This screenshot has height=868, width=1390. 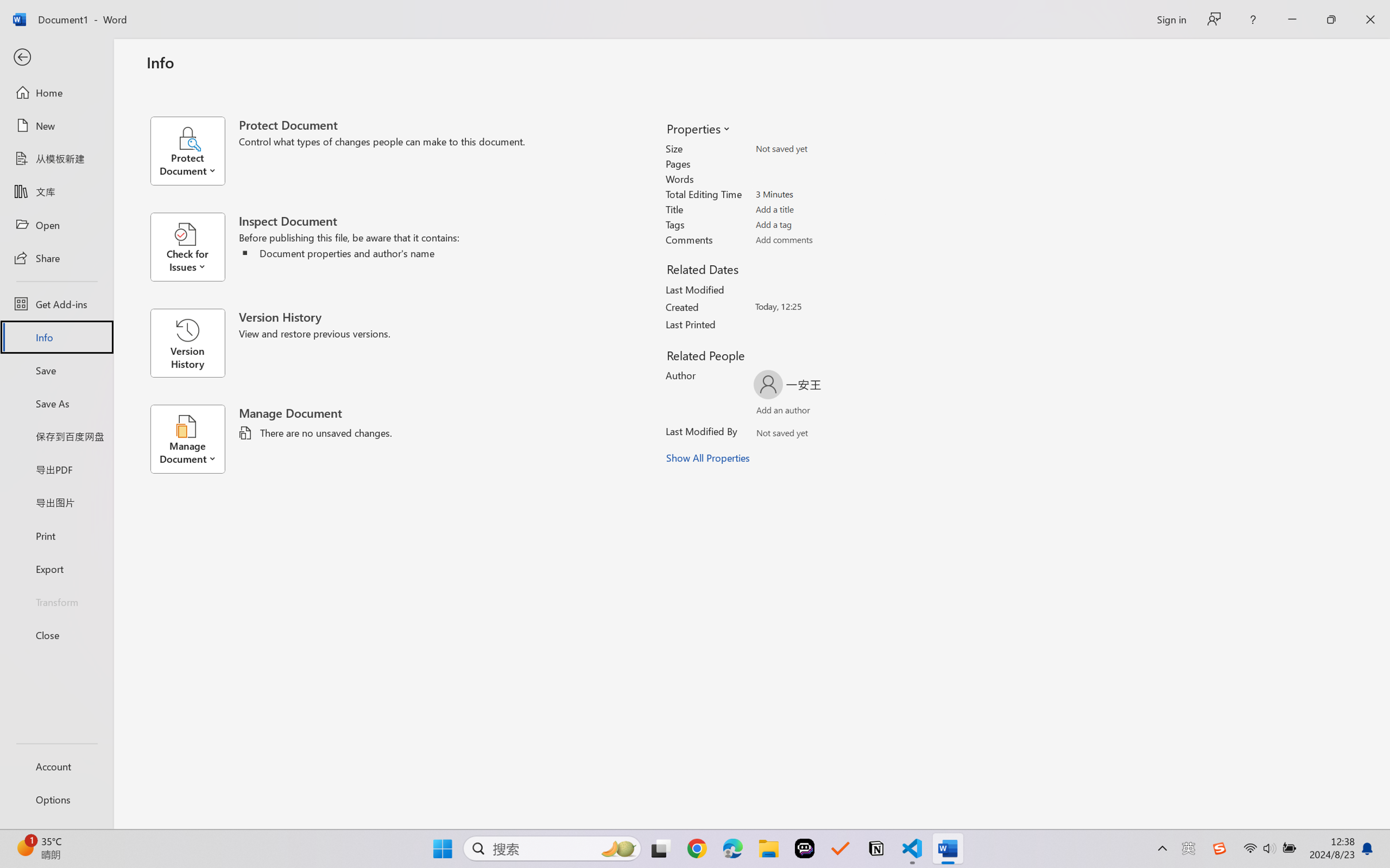 What do you see at coordinates (802, 434) in the screenshot?
I see `'Verify Names'` at bounding box center [802, 434].